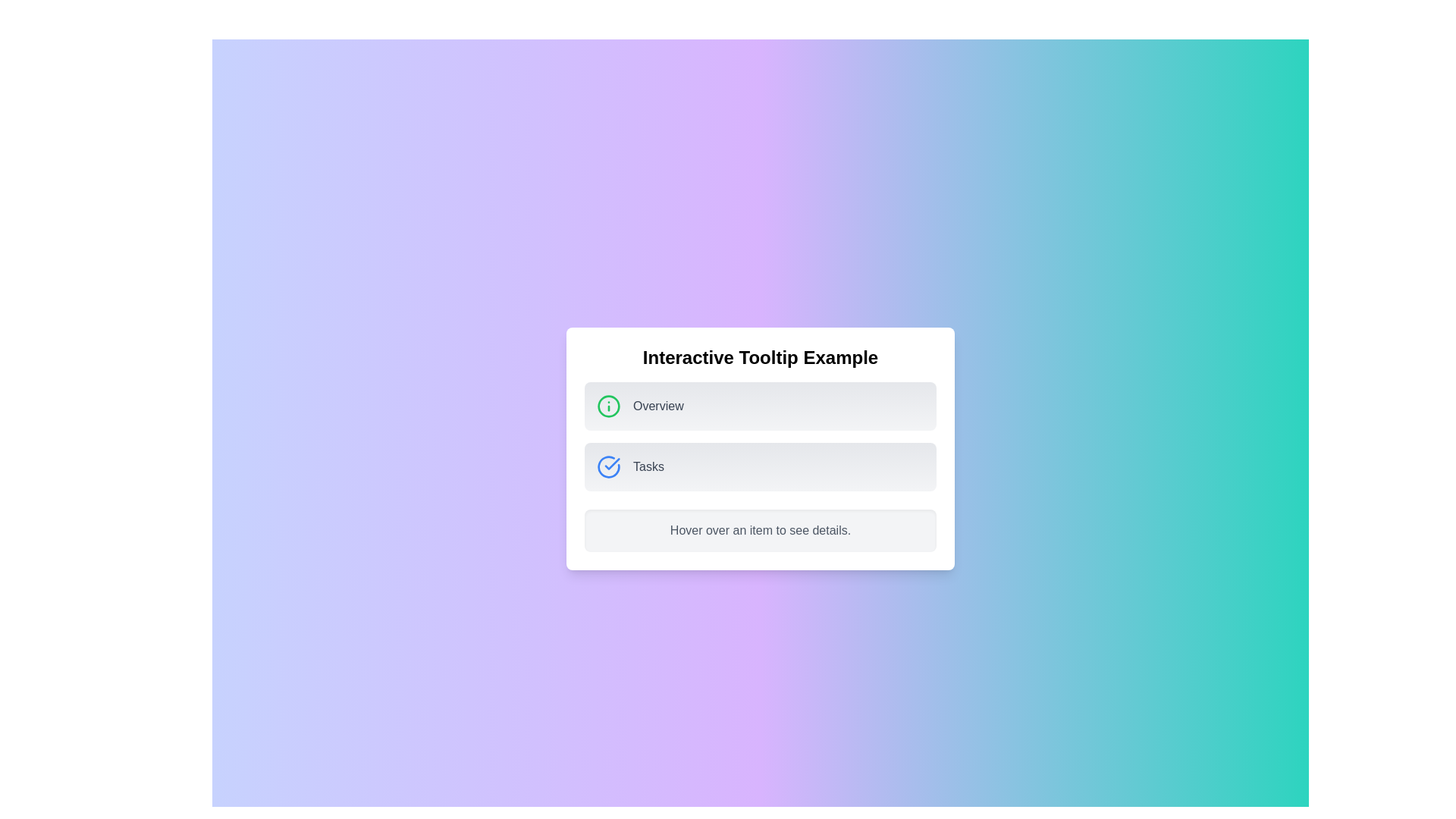 This screenshot has height=819, width=1456. What do you see at coordinates (761, 466) in the screenshot?
I see `the second button in the vertical list below the 'Overview' element` at bounding box center [761, 466].